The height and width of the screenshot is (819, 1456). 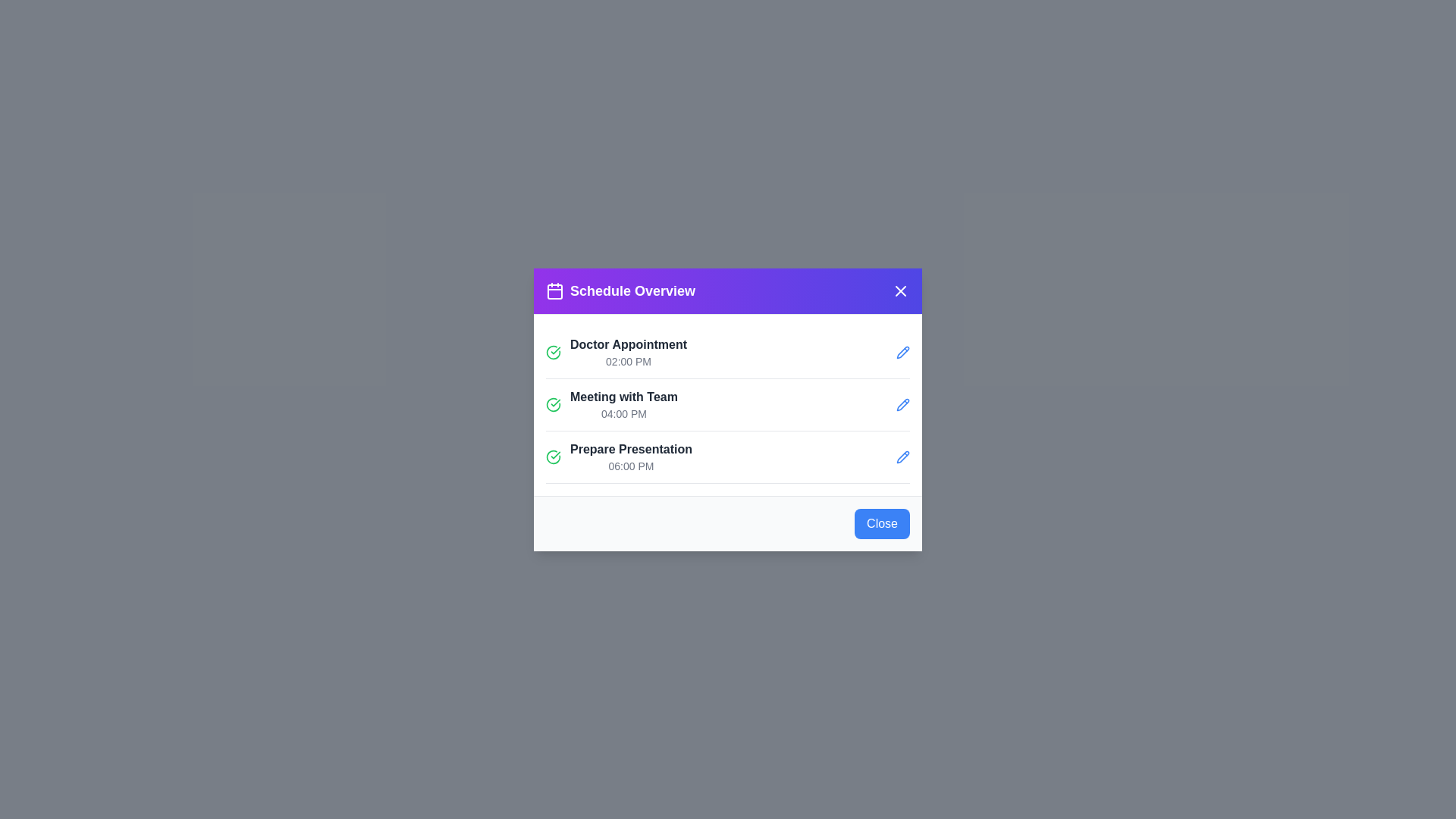 I want to click on the informational Text label indicating the scheduled time for the event listed under 'Meeting with Team' in the 'Schedule Overview' modal, so click(x=623, y=413).